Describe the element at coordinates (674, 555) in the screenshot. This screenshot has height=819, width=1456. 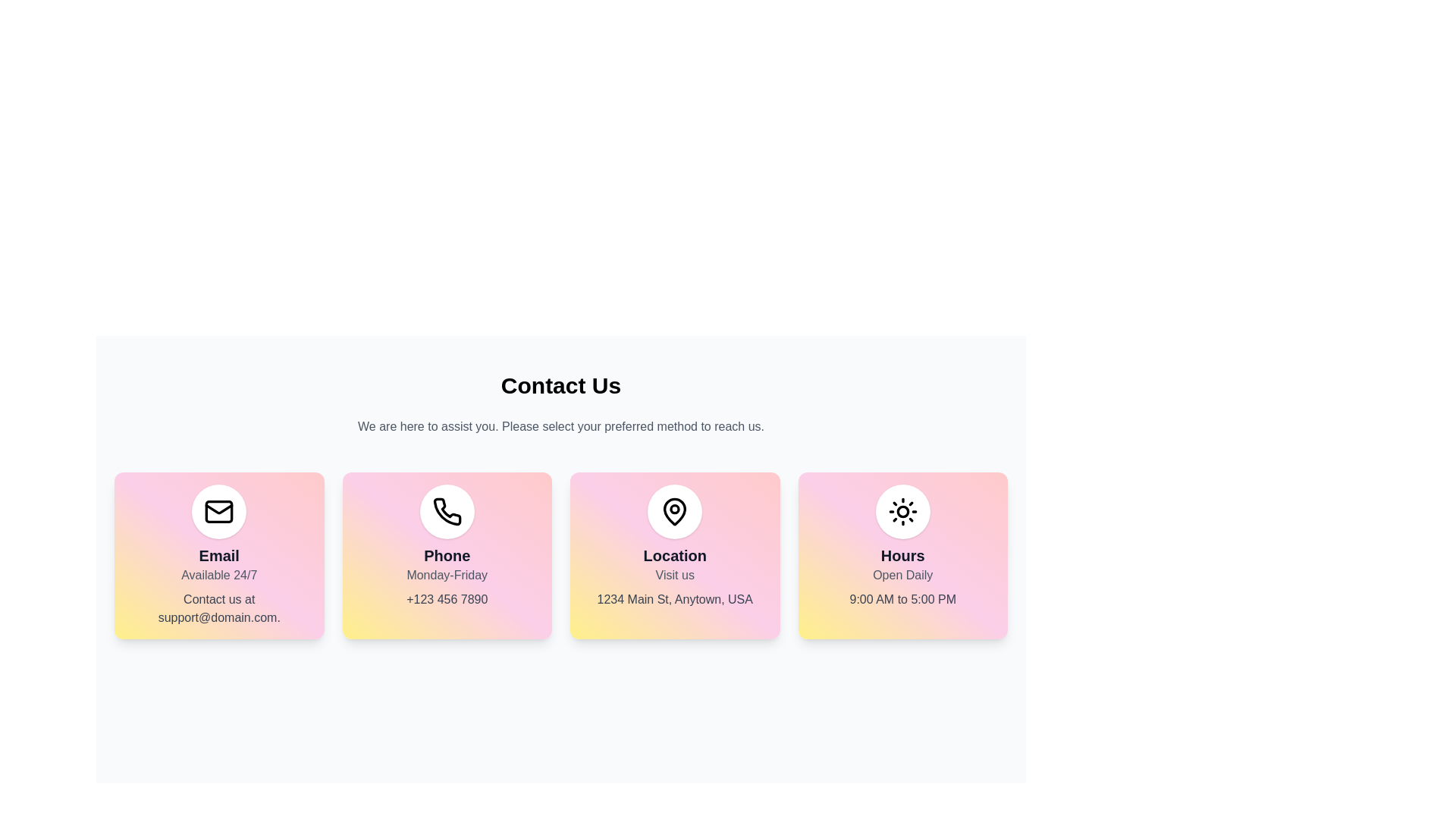
I see `the Text label that serves as a section title within its card, located beneath the map pin icon and above 'Visit us'` at that location.